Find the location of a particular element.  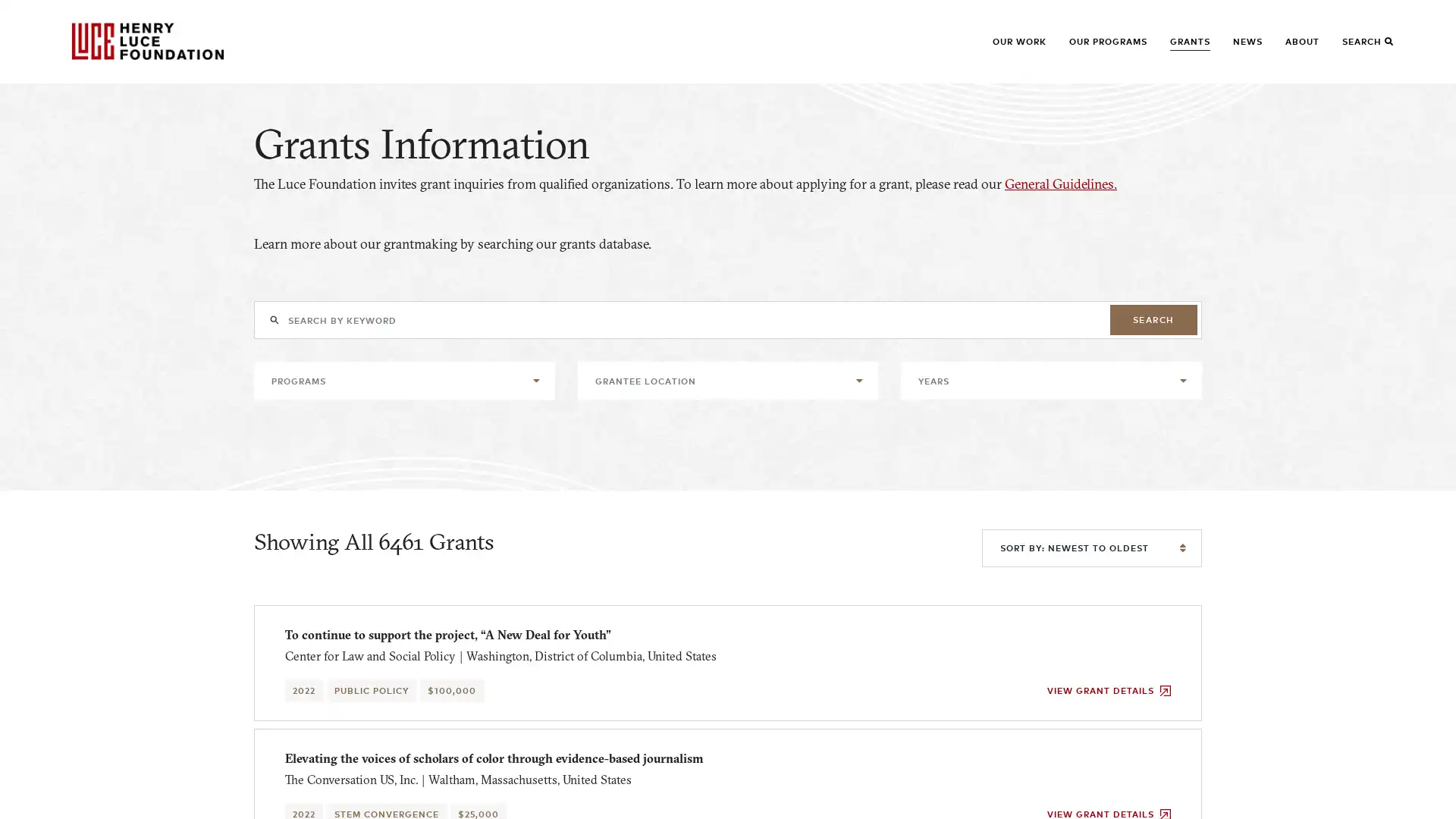

SHOW SUBMENU FOR OUR WORK is located at coordinates (1016, 48).